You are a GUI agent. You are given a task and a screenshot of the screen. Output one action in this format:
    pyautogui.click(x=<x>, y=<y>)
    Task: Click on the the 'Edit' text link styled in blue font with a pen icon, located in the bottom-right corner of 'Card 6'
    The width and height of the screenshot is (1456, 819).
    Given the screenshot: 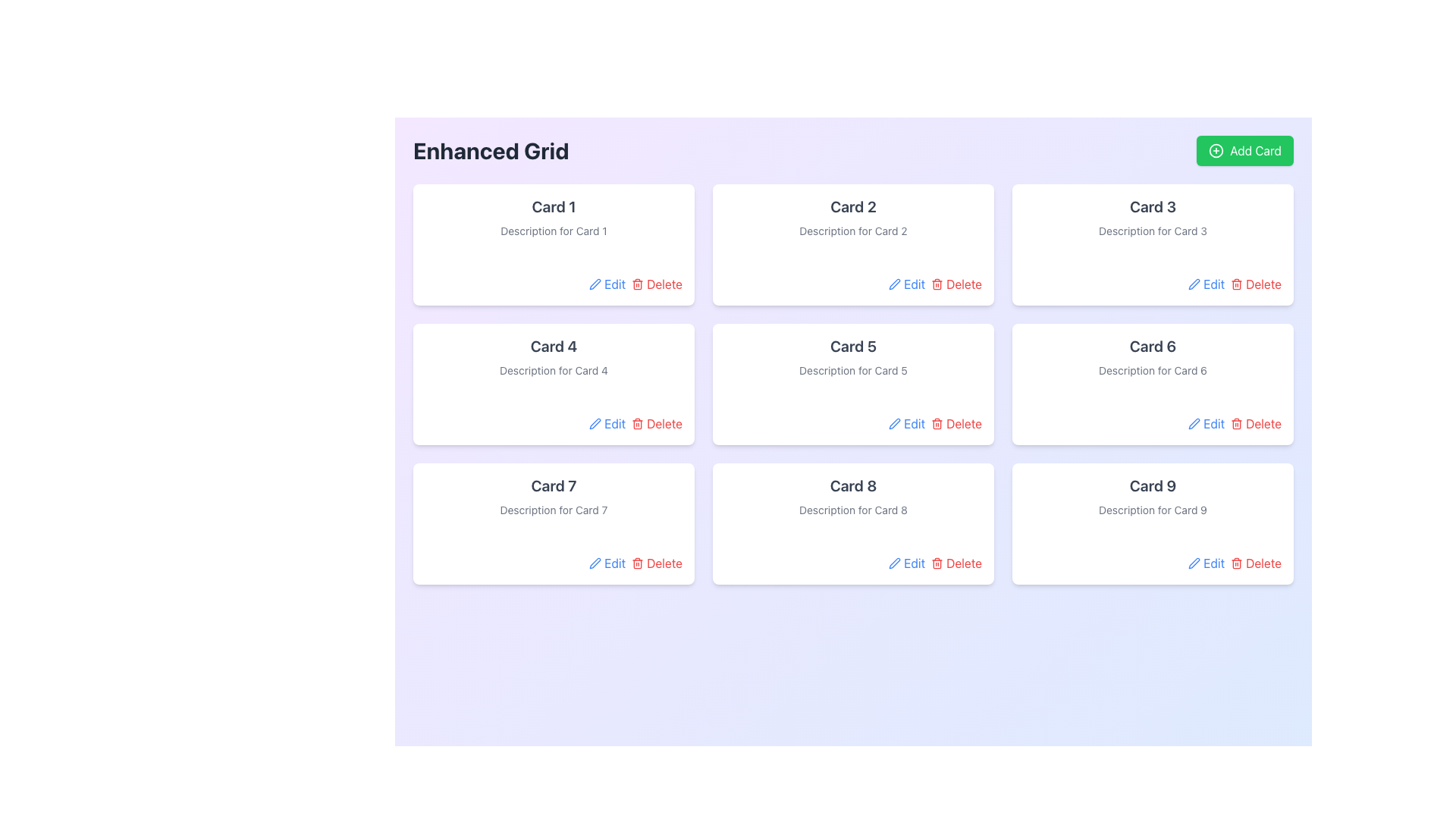 What is the action you would take?
    pyautogui.click(x=1205, y=424)
    